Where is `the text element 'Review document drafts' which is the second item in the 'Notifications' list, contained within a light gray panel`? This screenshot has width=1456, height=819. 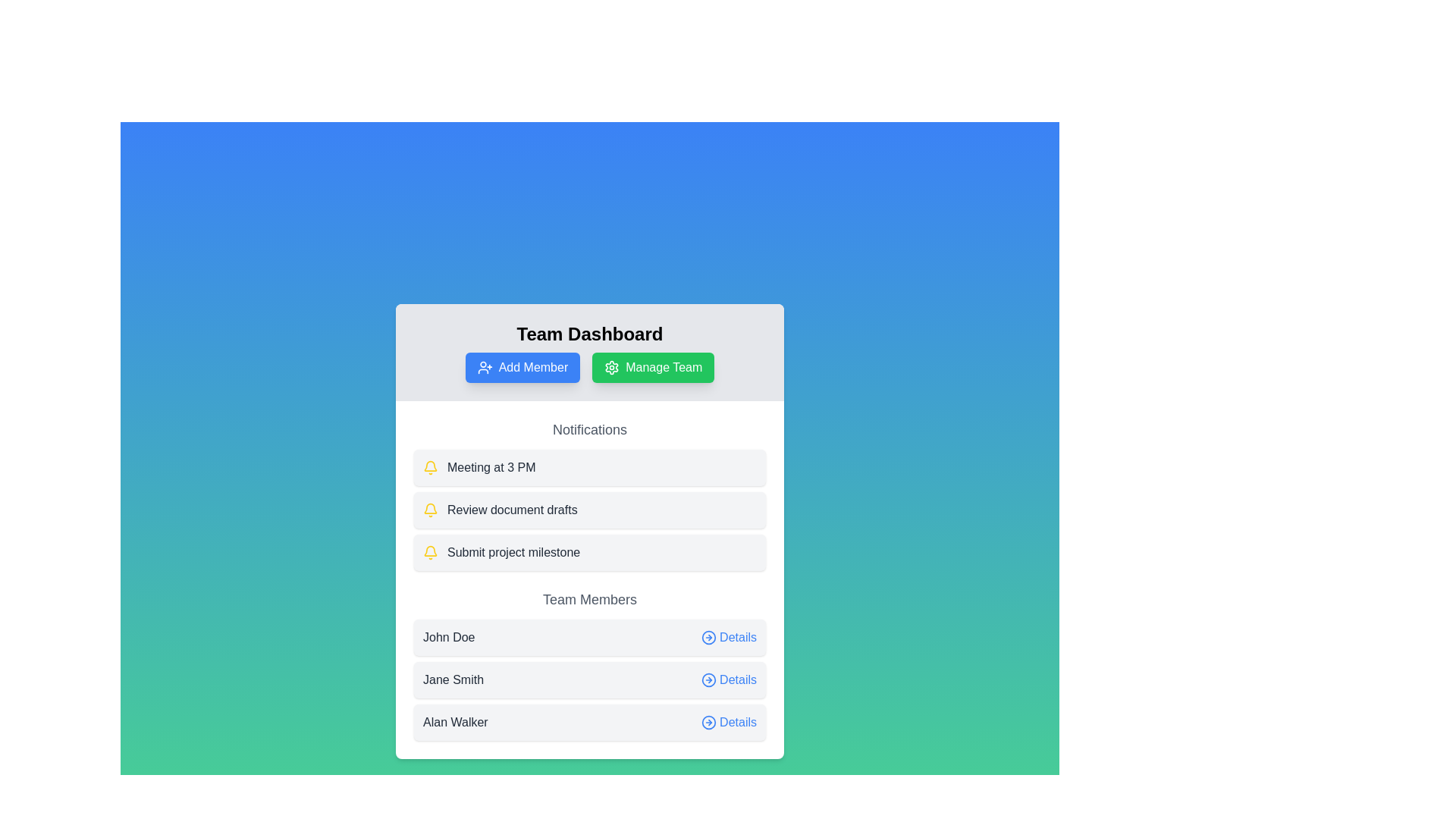 the text element 'Review document drafts' which is the second item in the 'Notifications' list, contained within a light gray panel is located at coordinates (512, 510).